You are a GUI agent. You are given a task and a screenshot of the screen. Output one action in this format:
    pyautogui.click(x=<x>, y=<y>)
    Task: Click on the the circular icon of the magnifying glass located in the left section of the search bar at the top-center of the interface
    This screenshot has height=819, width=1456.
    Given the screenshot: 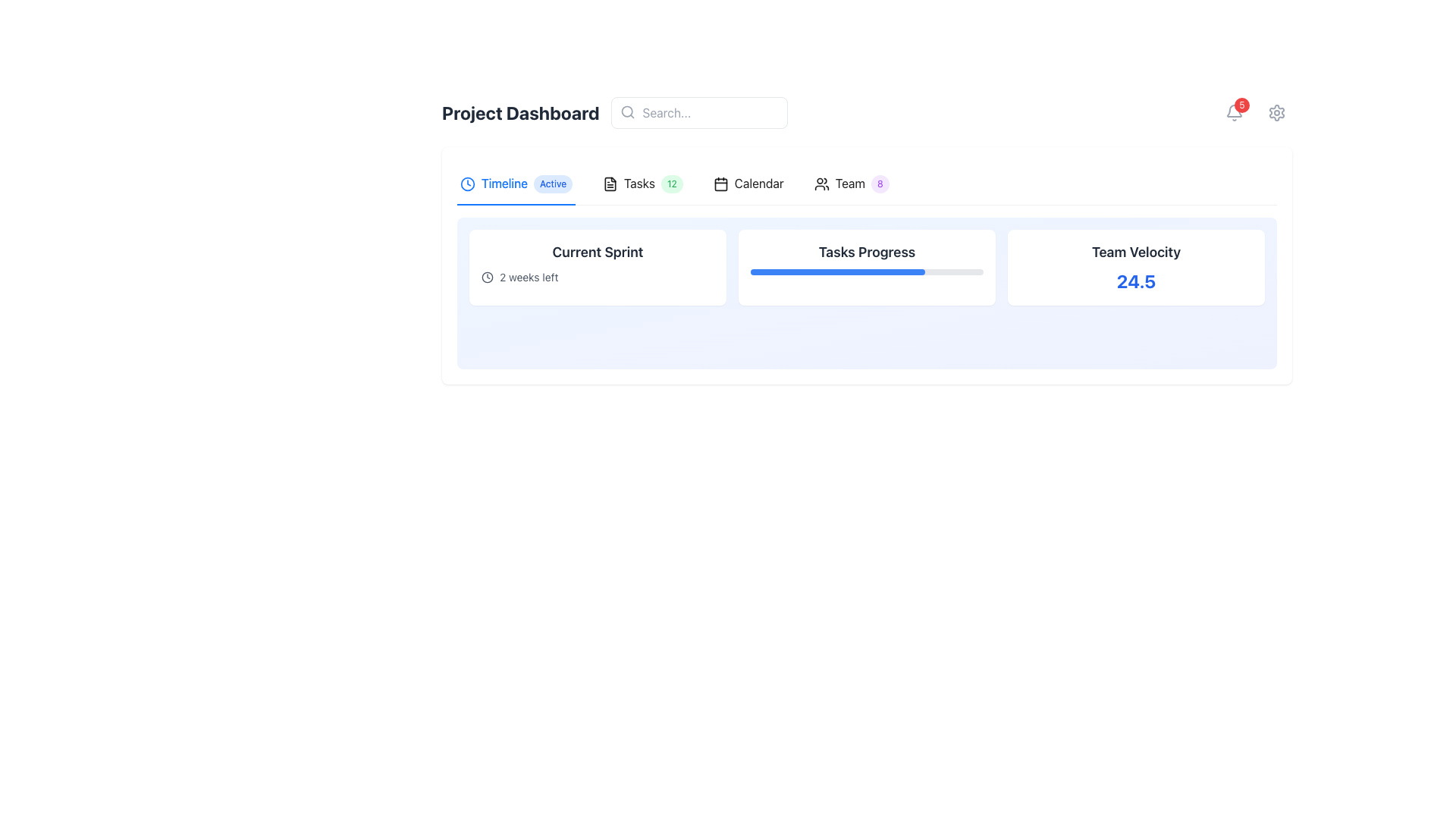 What is the action you would take?
    pyautogui.click(x=627, y=111)
    